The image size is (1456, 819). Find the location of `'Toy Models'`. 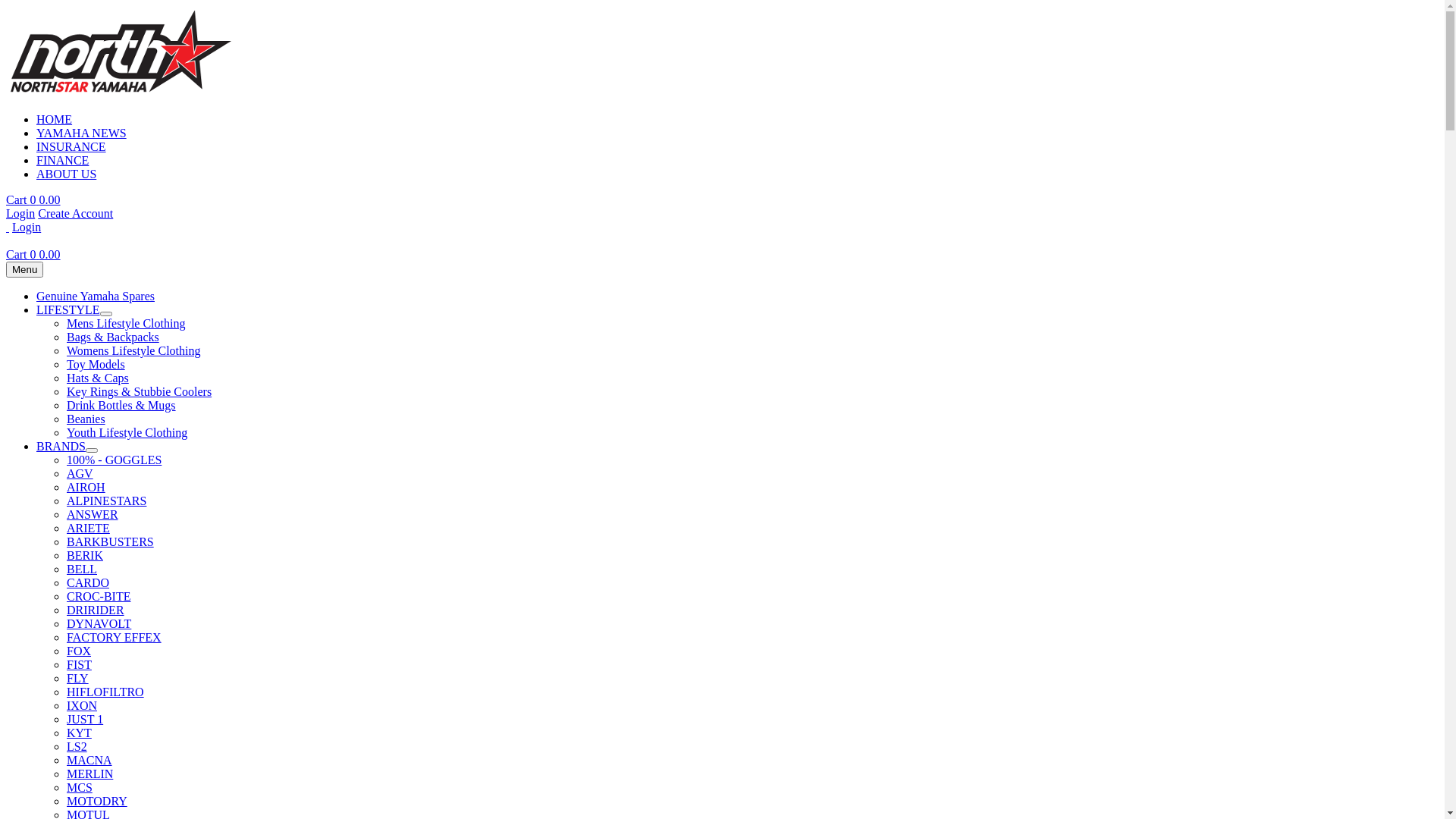

'Toy Models' is located at coordinates (95, 364).